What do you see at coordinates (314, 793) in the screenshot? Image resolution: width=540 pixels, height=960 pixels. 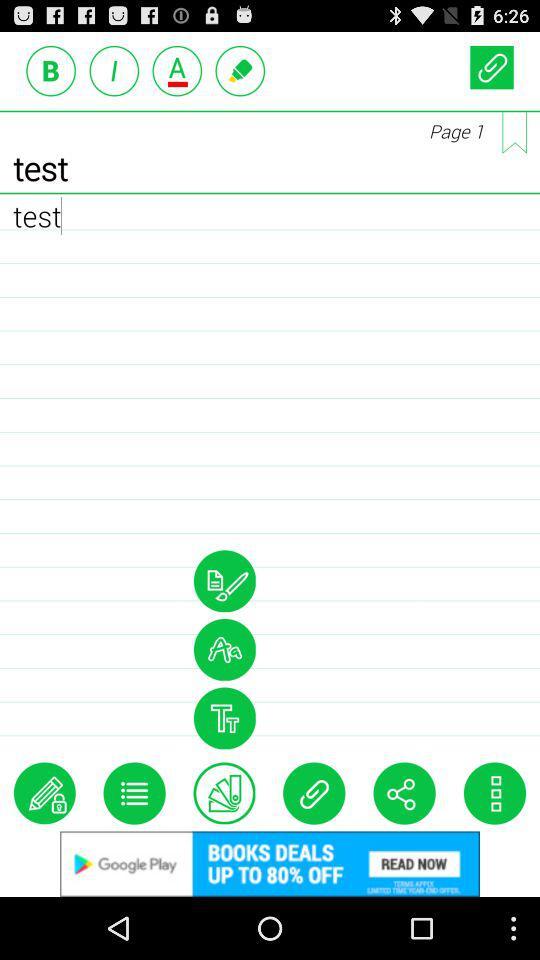 I see `attach file option` at bounding box center [314, 793].